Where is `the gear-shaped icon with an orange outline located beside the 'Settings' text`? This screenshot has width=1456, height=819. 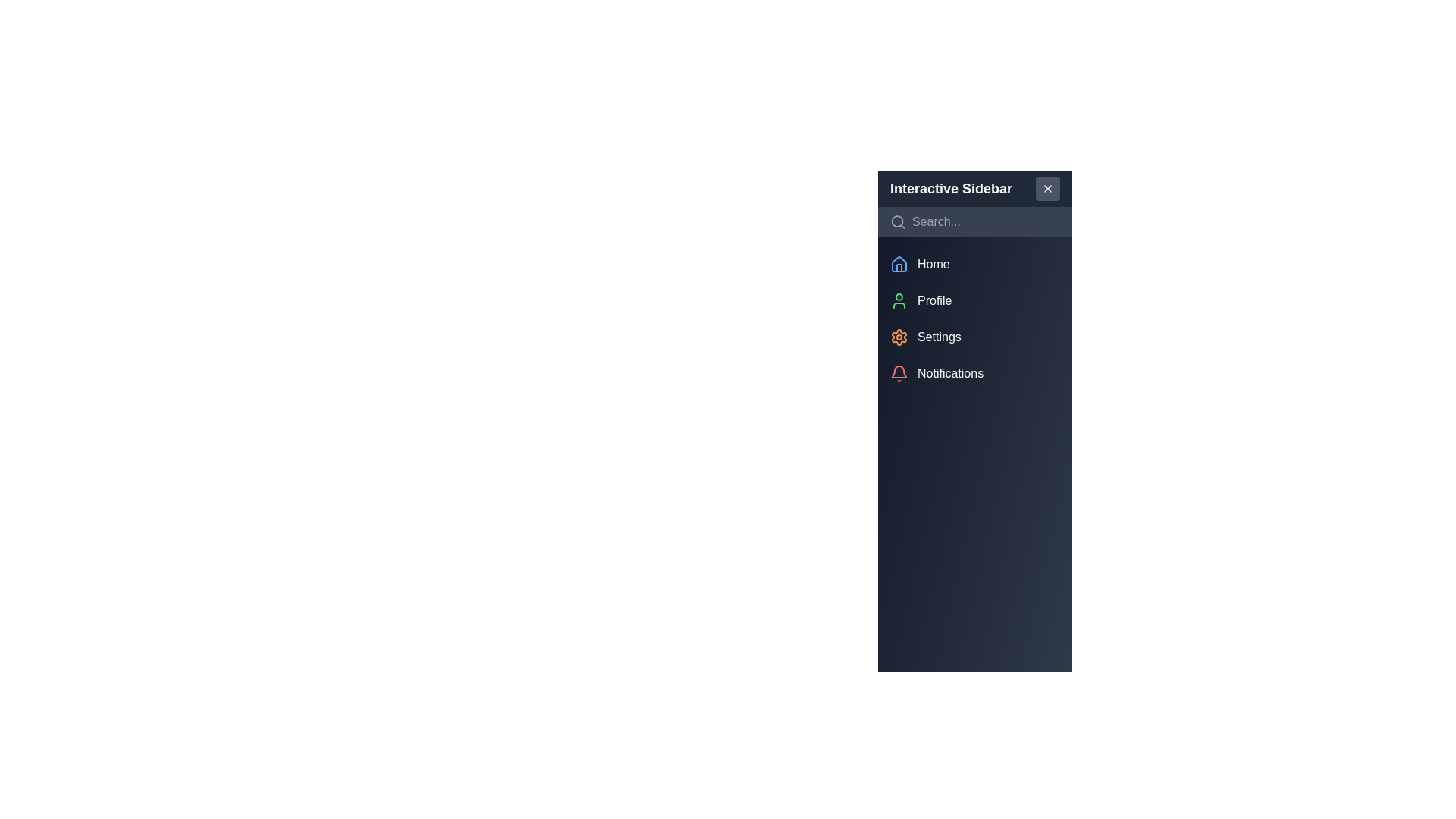 the gear-shaped icon with an orange outline located beside the 'Settings' text is located at coordinates (899, 336).